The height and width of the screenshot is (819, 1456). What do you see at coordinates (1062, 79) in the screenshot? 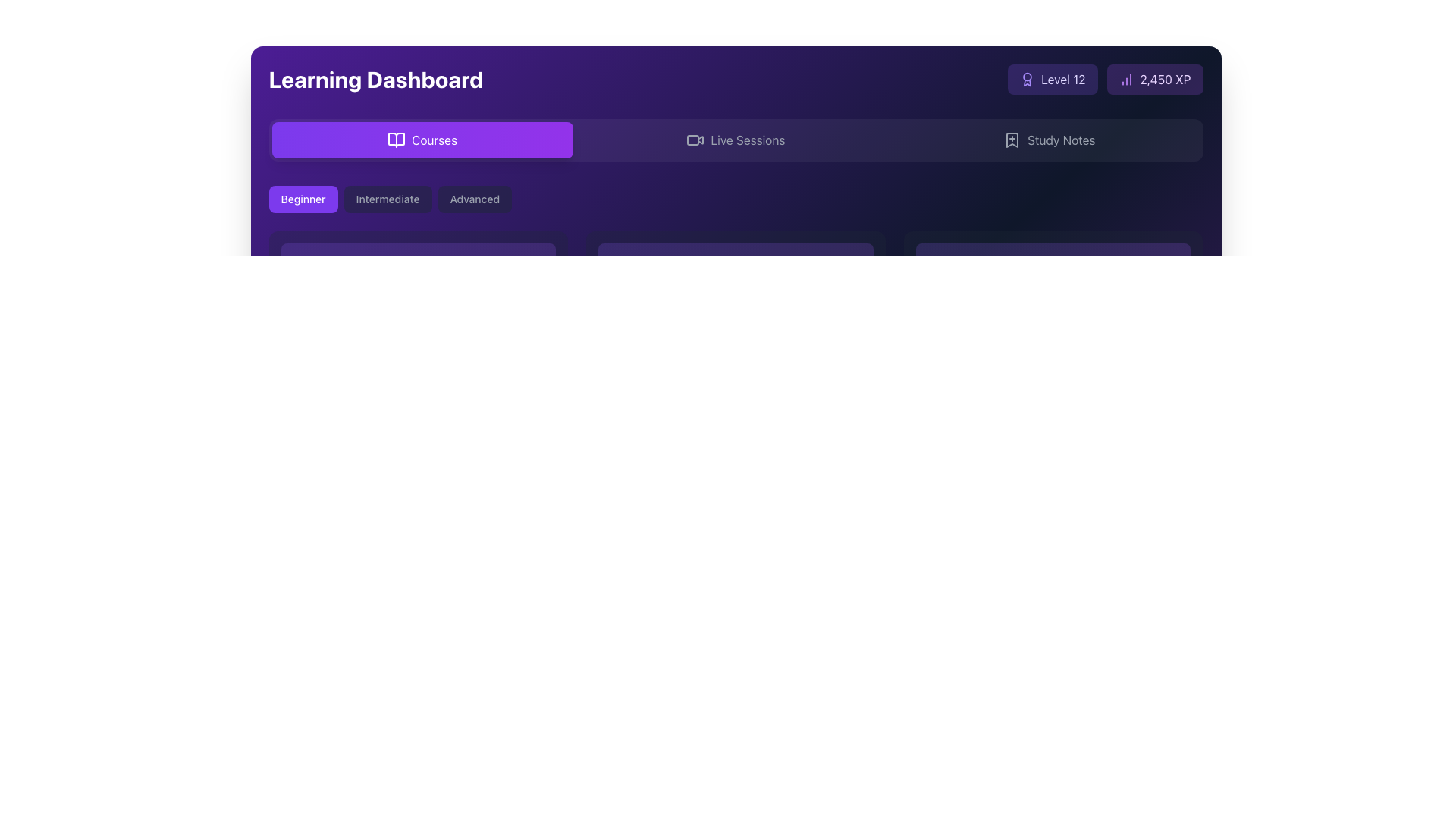
I see `the static text display indicating the user's level or rank in the top-right section of the interface` at bounding box center [1062, 79].